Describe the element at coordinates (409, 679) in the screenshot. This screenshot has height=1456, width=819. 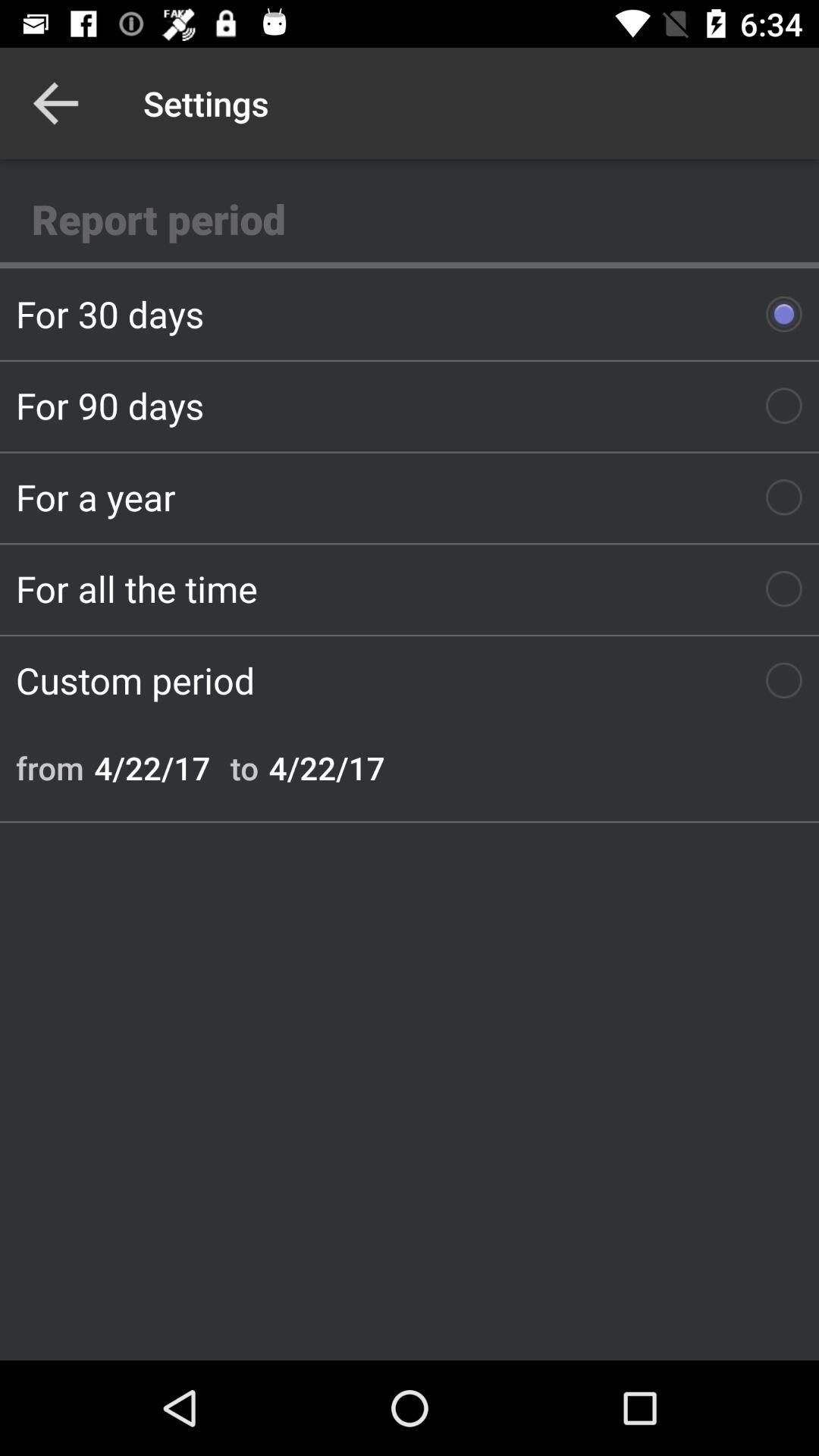
I see `icon above the from icon` at that location.